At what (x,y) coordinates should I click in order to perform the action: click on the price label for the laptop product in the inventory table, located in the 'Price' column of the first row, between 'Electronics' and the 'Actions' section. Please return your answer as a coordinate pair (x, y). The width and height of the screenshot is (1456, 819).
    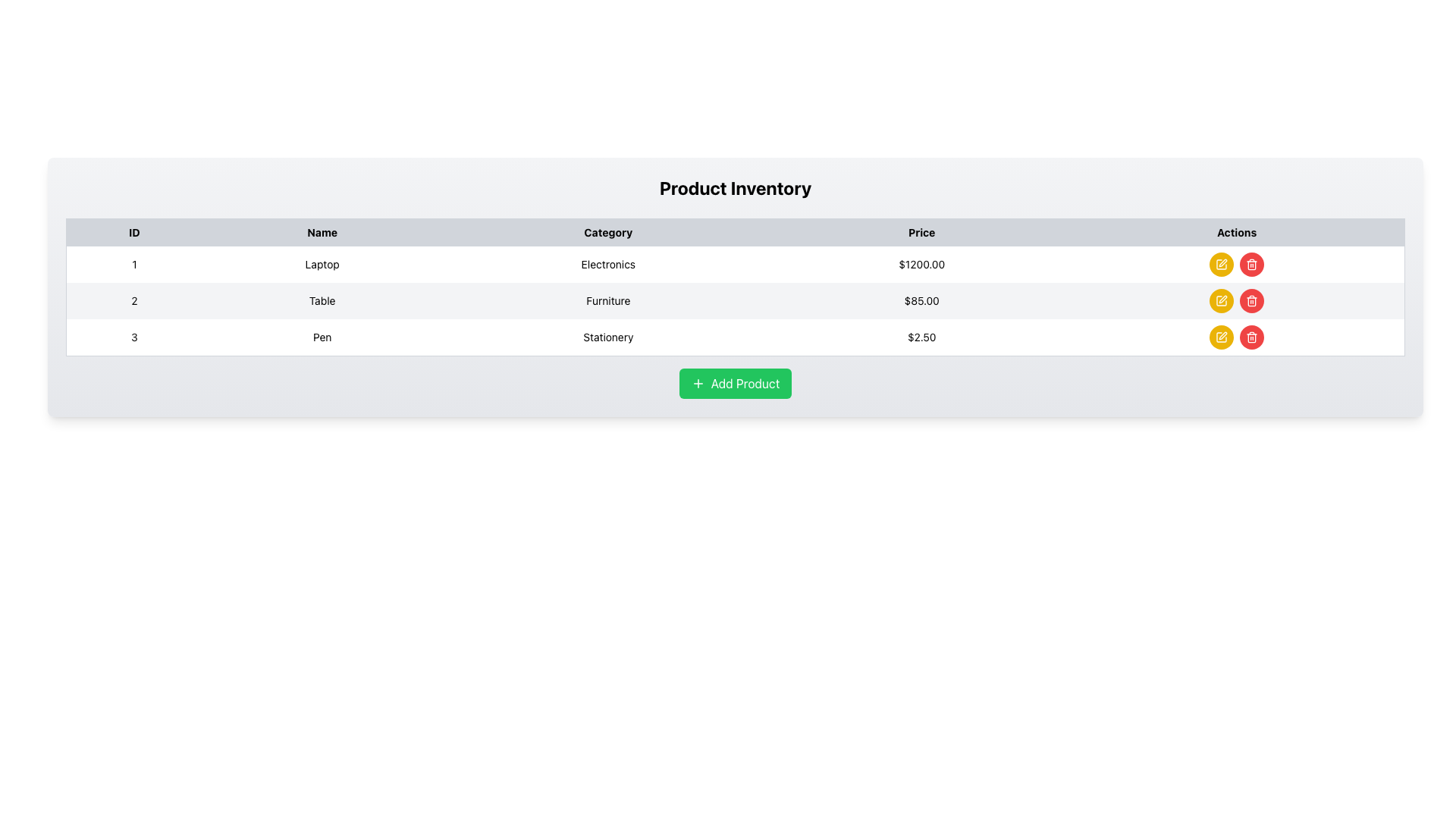
    Looking at the image, I should click on (921, 263).